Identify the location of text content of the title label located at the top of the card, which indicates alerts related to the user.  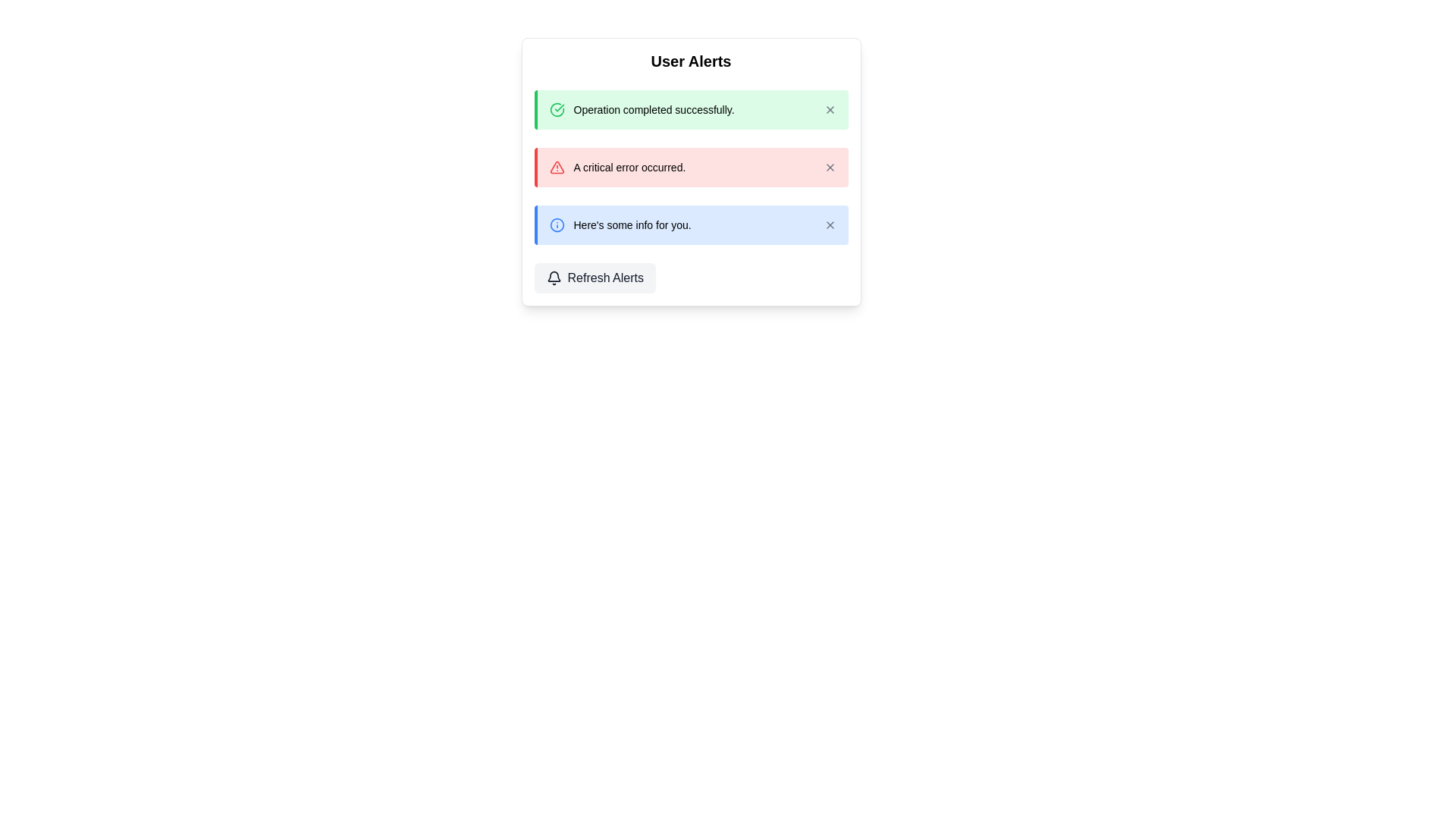
(690, 61).